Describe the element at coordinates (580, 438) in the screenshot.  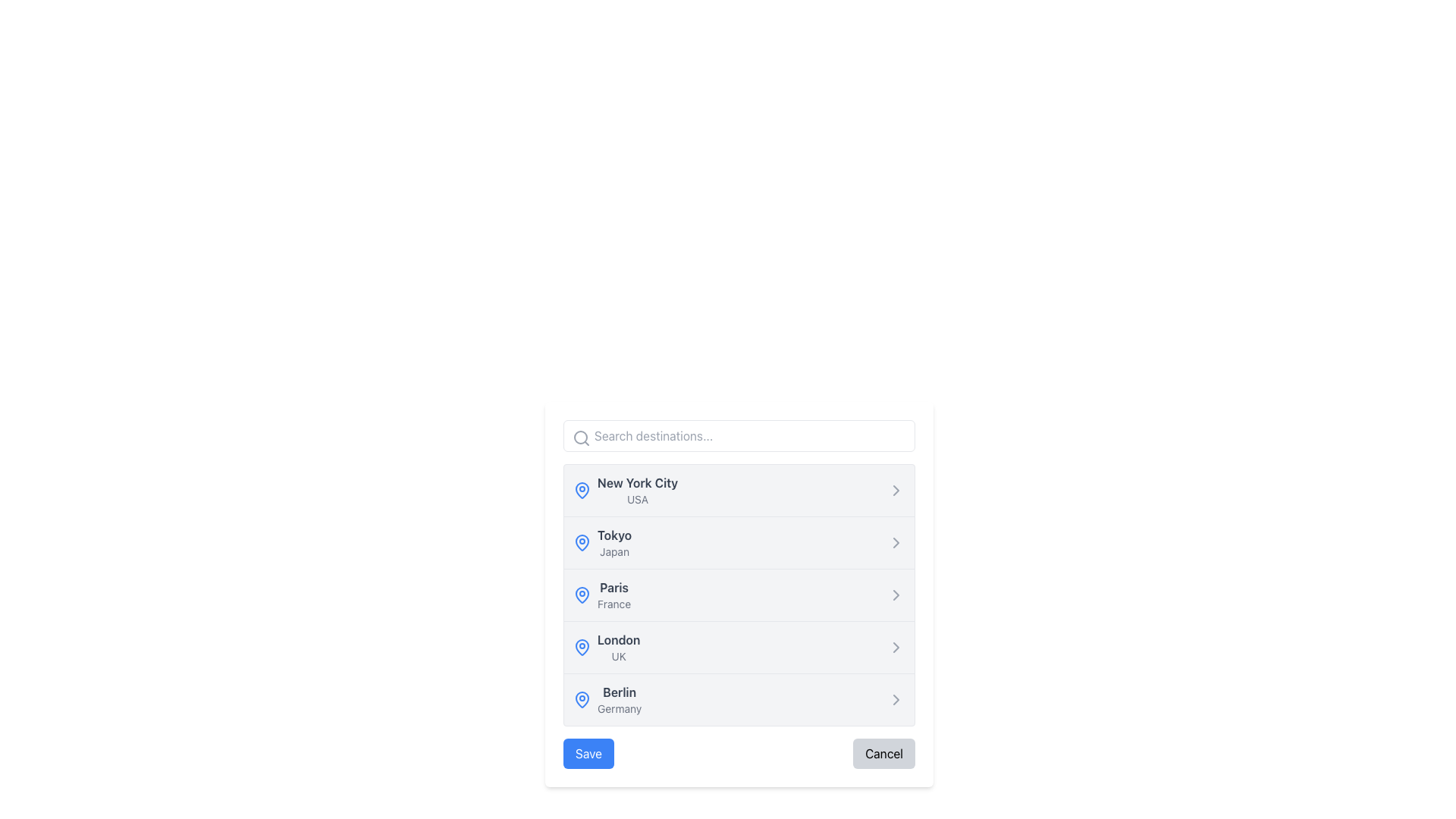
I see `the circular component of the search icon located to the left of the 'Search destinations...' box` at that location.